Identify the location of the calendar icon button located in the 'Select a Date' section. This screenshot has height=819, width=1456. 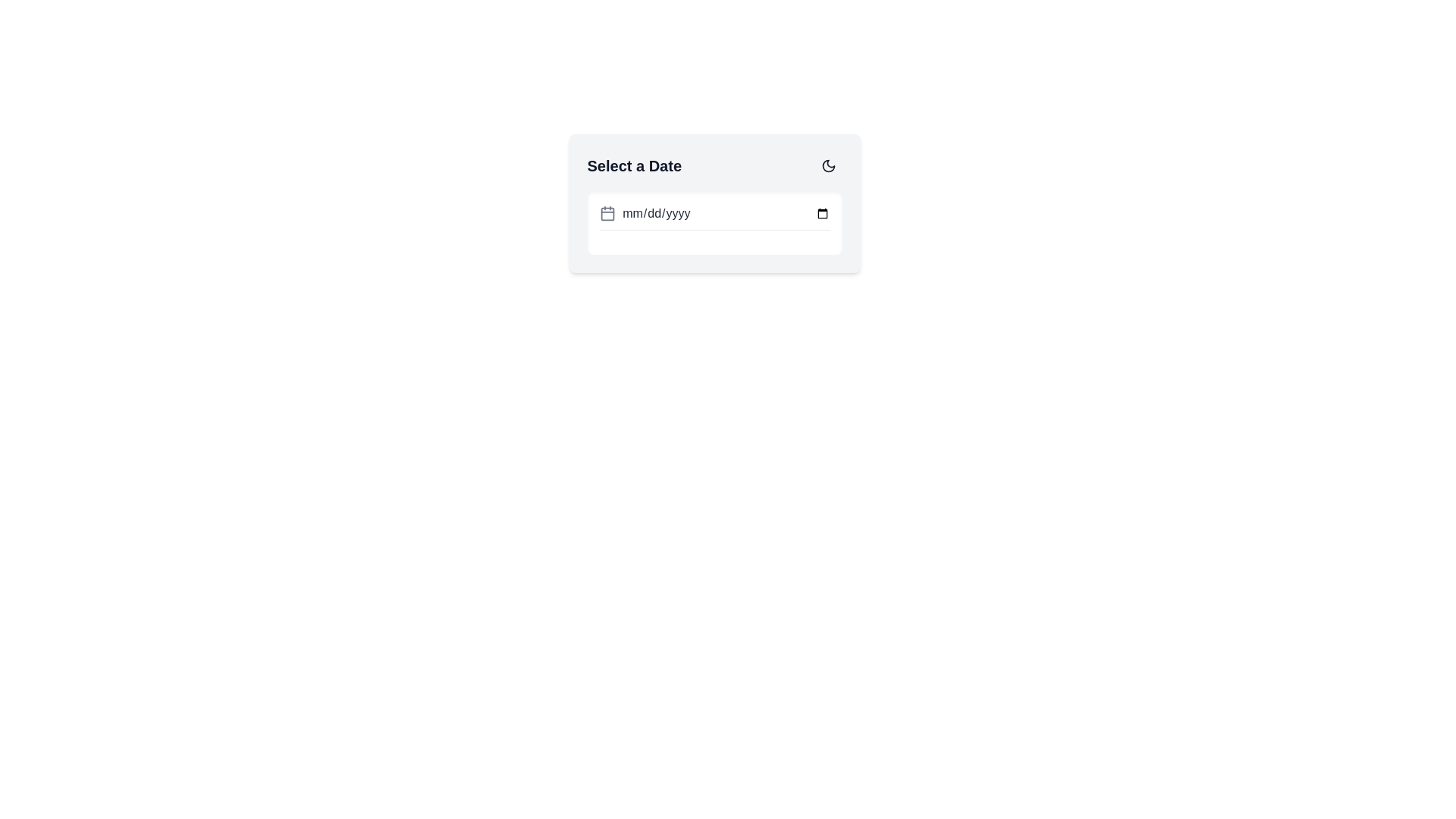
(607, 213).